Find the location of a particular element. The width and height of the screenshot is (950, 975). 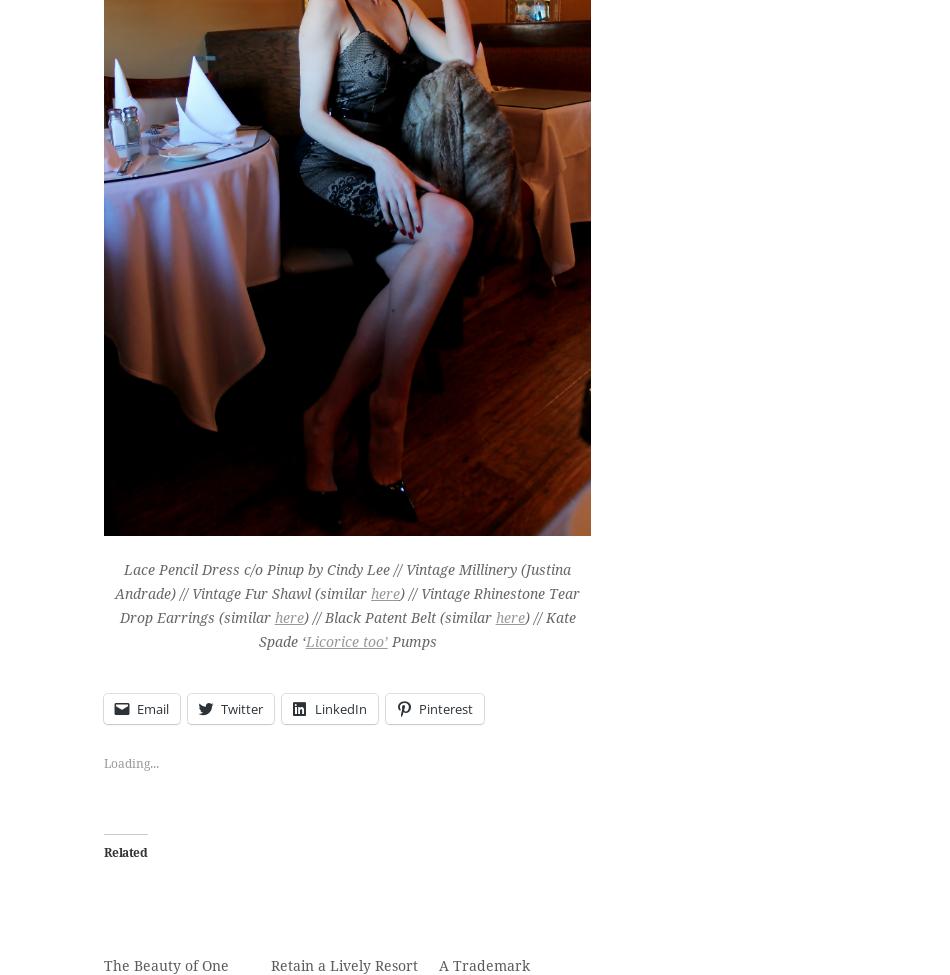

') // Black Patent Belt (similar' is located at coordinates (398, 616).